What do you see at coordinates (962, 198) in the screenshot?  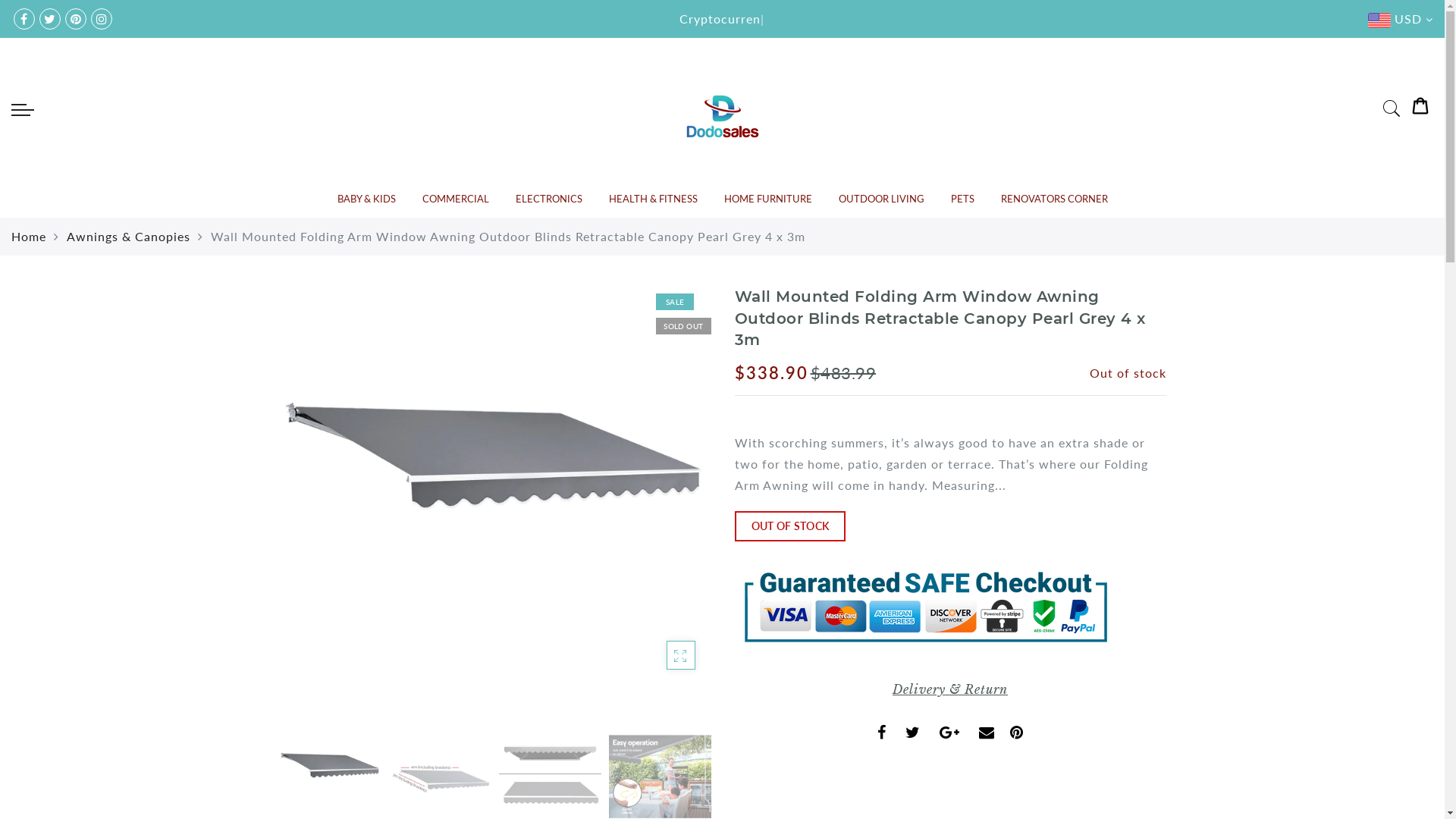 I see `'PETS'` at bounding box center [962, 198].